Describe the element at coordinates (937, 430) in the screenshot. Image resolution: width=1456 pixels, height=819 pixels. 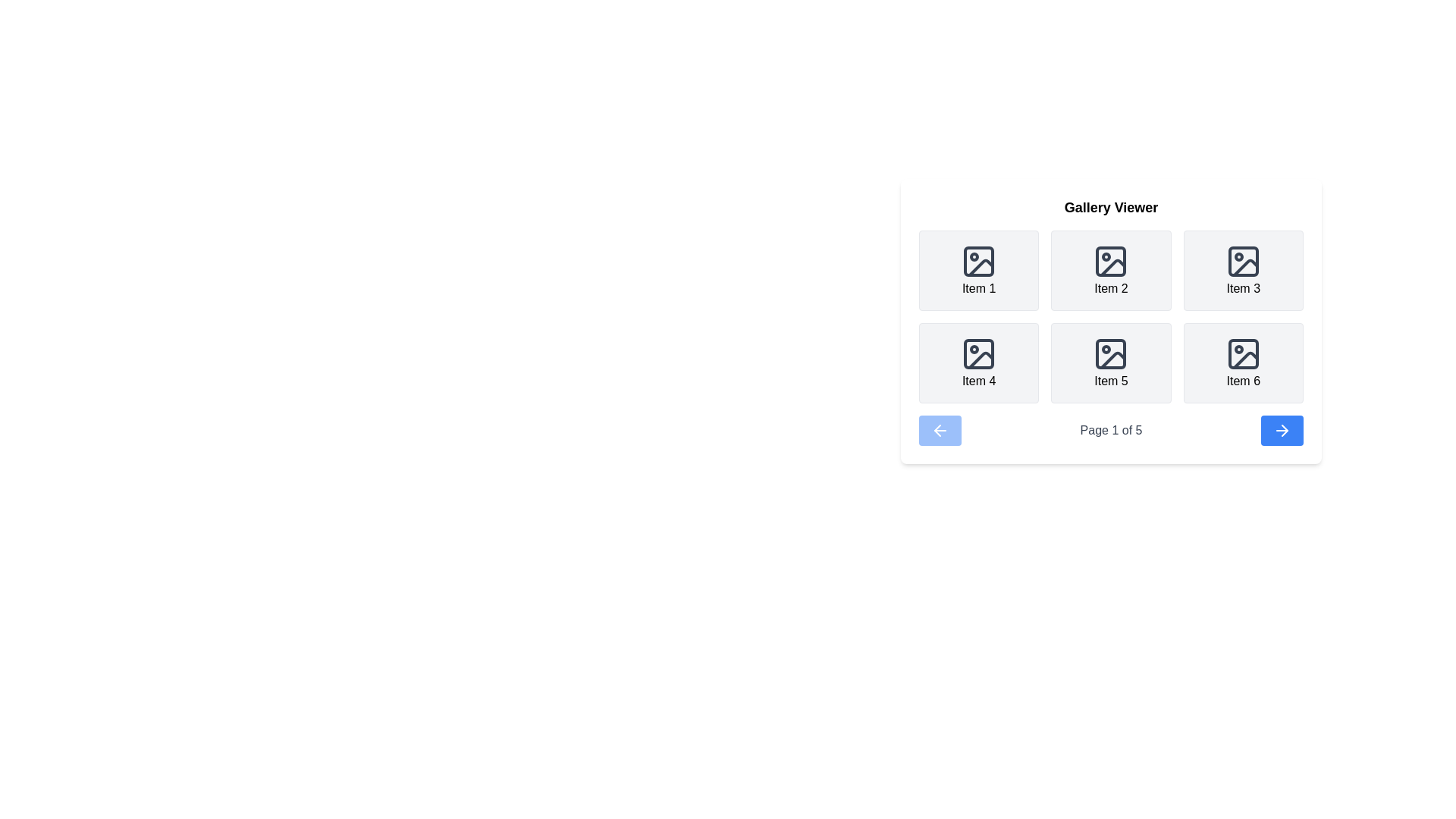
I see `the leftward arrow icon, which is the left navigation button located to the left of the 'Page 1 of 5' text in the bottom row of the interface` at that location.